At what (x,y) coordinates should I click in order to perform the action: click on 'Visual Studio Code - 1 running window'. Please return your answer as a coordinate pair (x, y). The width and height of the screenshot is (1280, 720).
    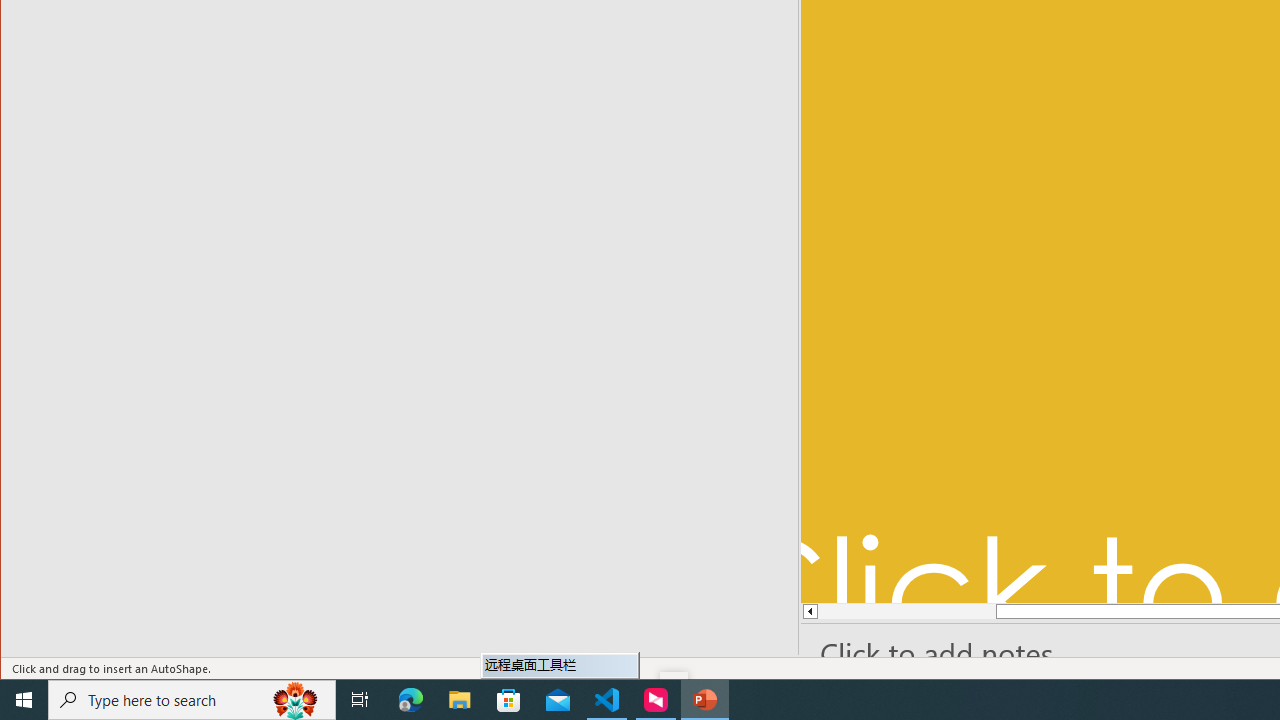
    Looking at the image, I should click on (606, 698).